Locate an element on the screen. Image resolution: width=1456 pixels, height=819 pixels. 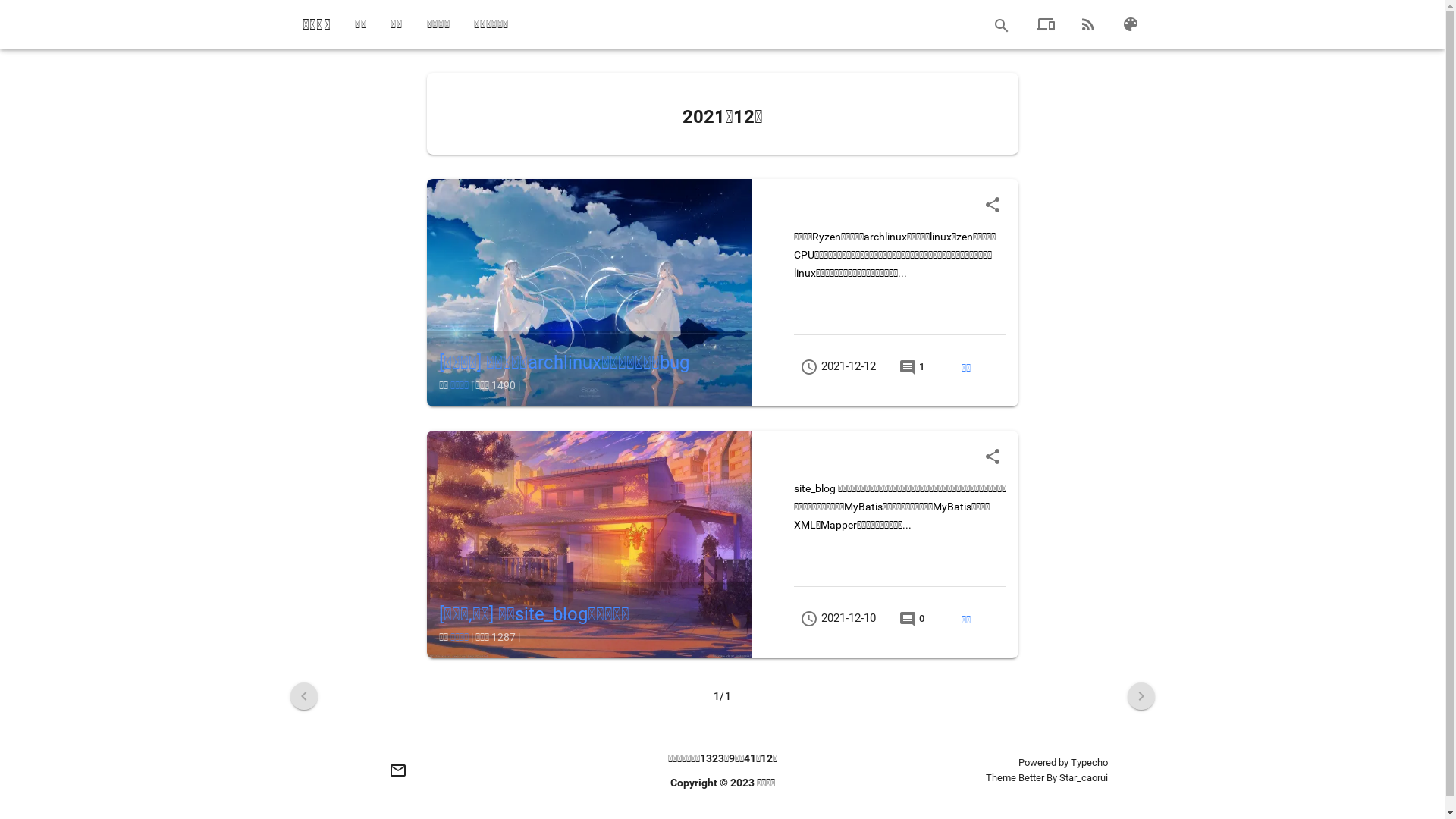
'Better' is located at coordinates (1030, 777).